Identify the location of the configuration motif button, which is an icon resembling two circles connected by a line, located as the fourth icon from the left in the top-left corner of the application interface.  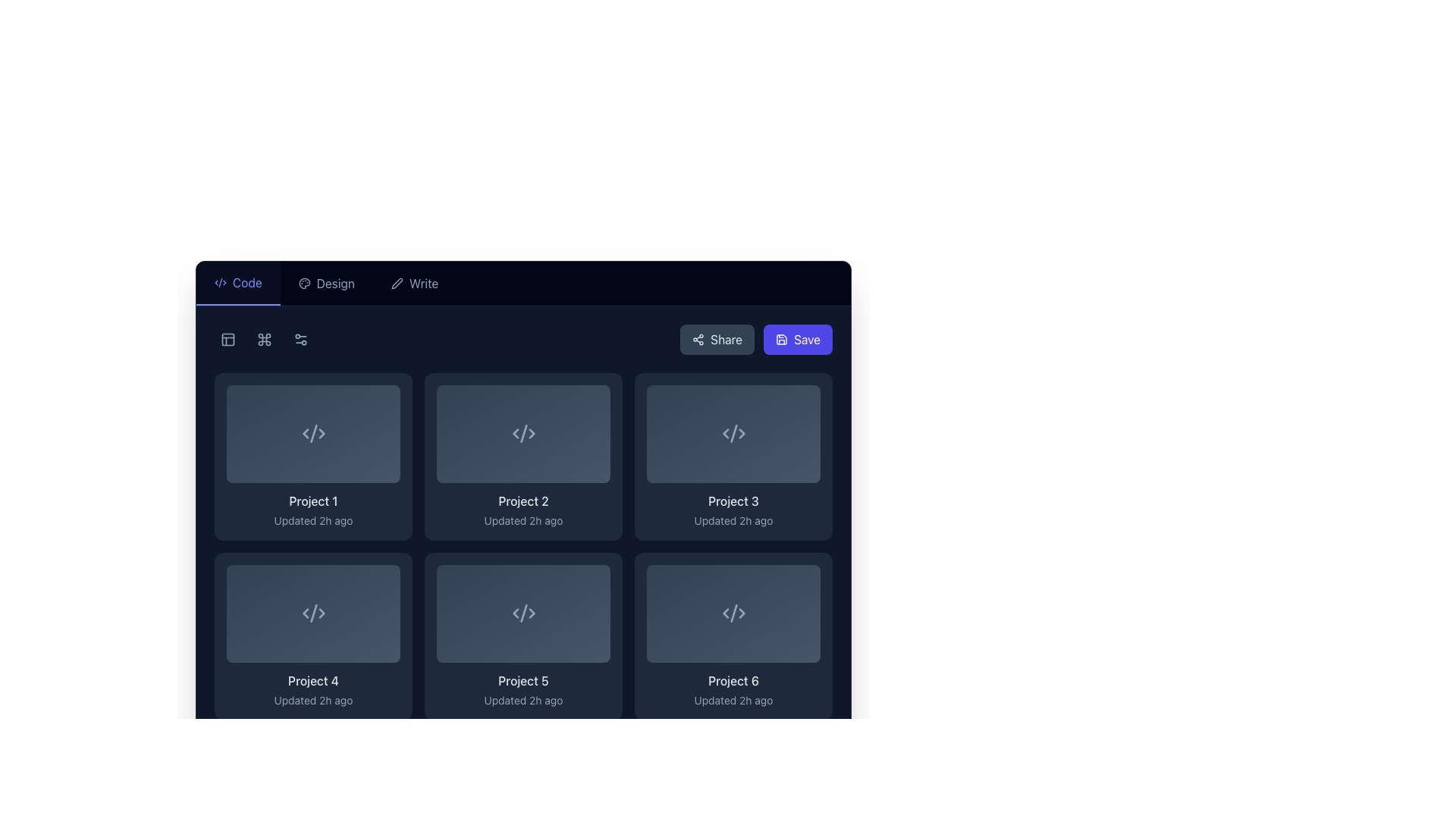
(301, 338).